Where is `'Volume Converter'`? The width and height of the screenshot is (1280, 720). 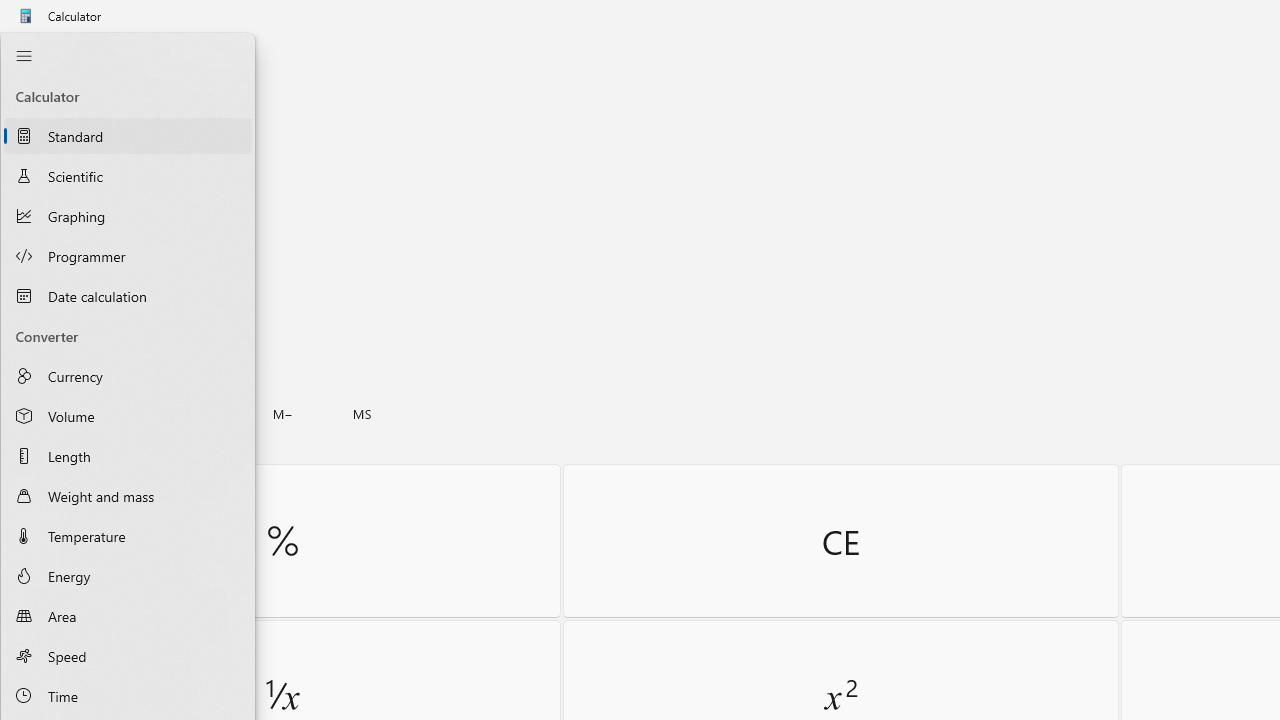
'Volume Converter' is located at coordinates (127, 415).